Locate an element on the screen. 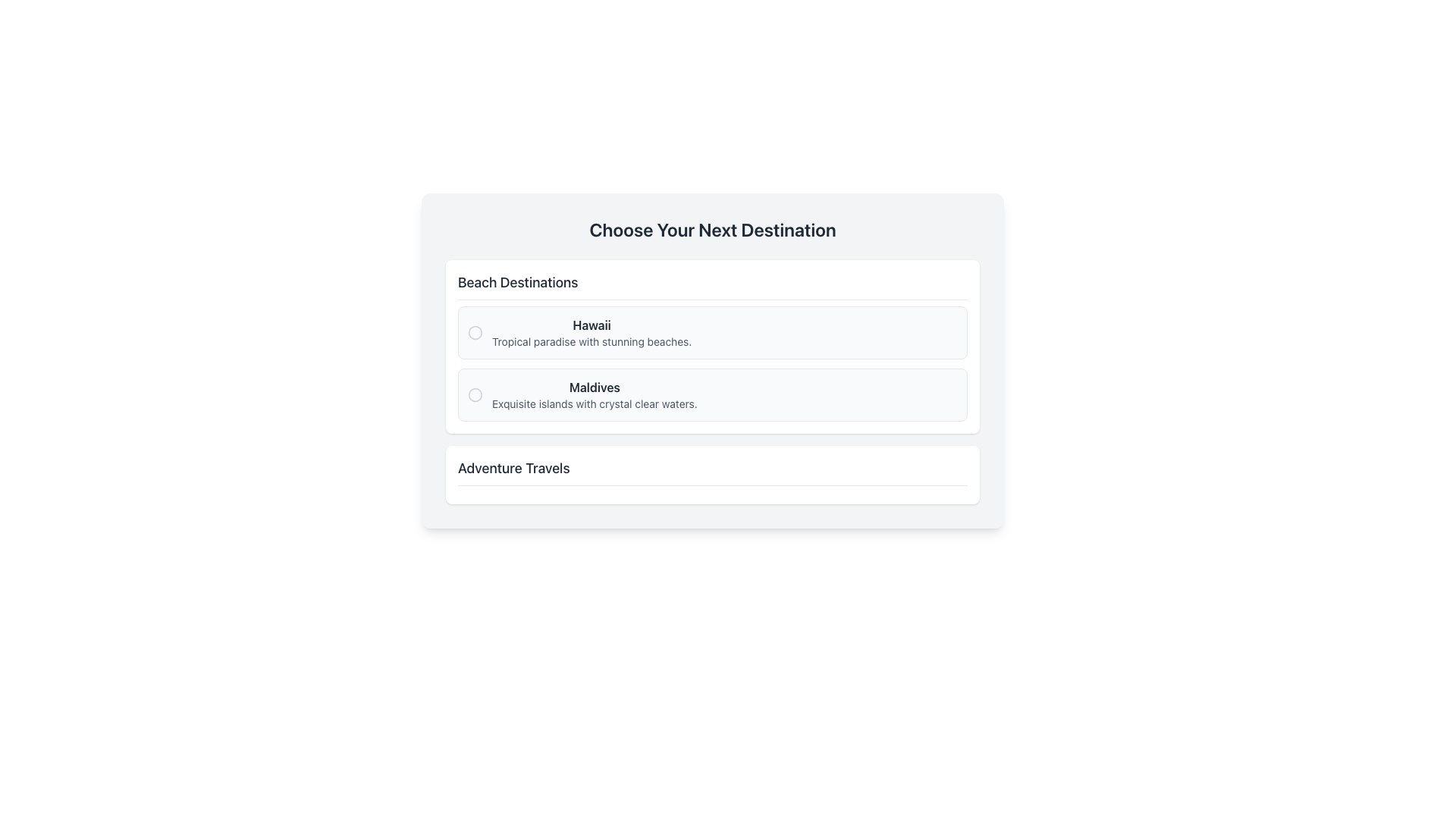 This screenshot has width=1456, height=819. the text label indicating the beach destination option titled 'Hawaii' in the selection menu is located at coordinates (591, 324).